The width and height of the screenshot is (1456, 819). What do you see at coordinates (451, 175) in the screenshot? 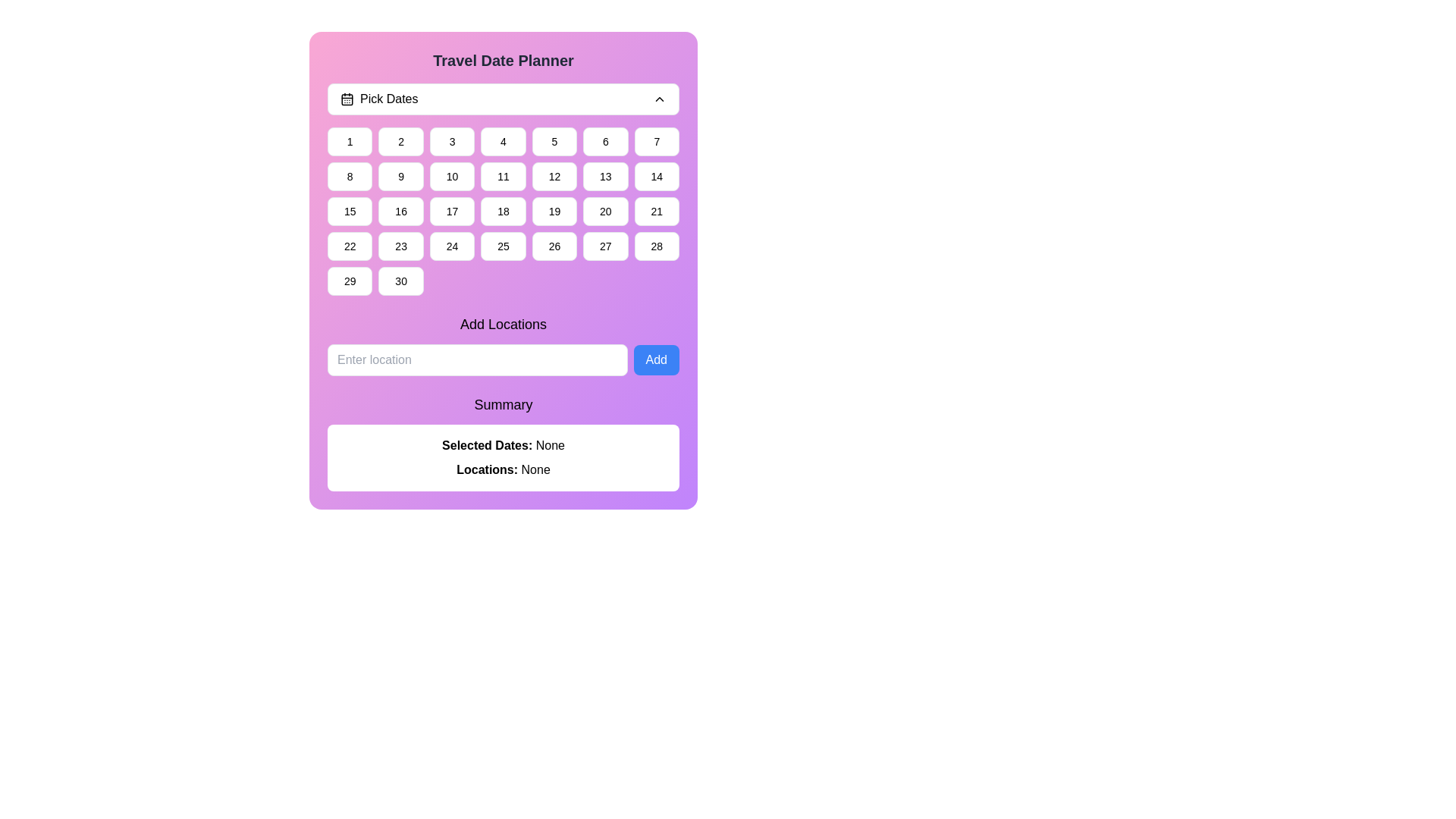
I see `the button representing the date '10' in the date picker grid located below the 'Pick Dates' header` at bounding box center [451, 175].